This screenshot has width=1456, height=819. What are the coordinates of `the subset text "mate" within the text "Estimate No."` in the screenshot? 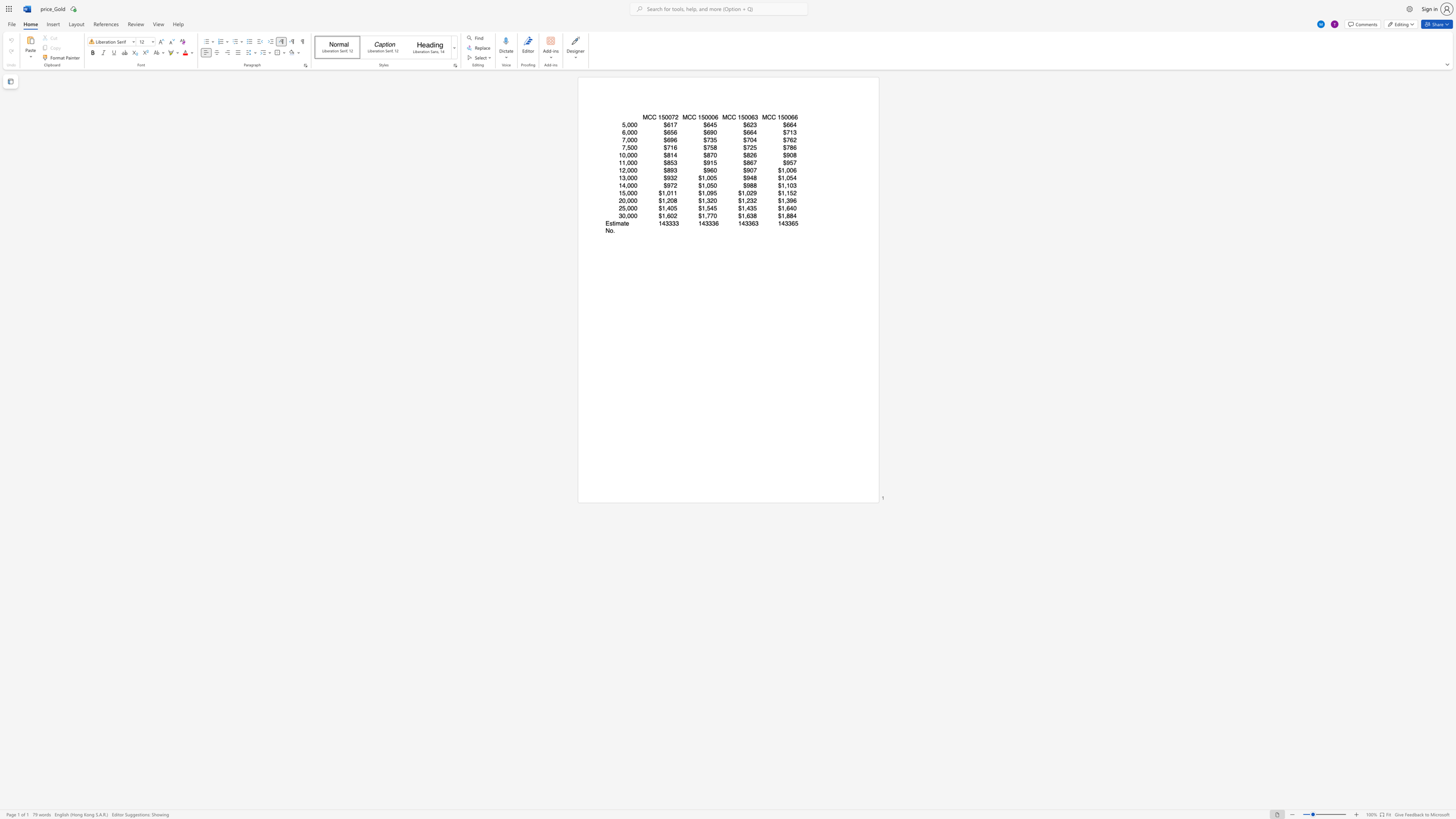 It's located at (615, 223).